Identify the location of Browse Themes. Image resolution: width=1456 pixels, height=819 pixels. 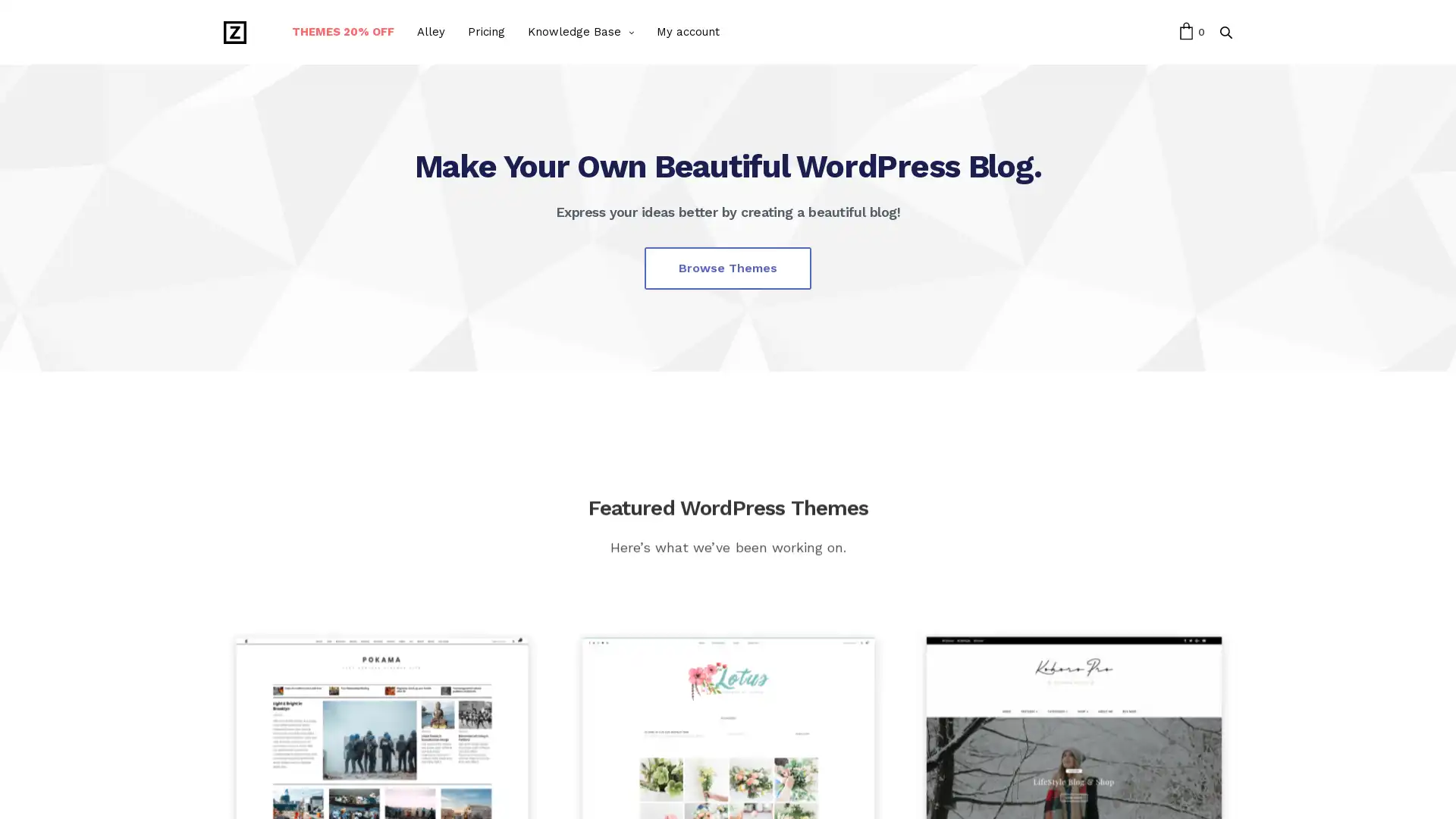
(728, 267).